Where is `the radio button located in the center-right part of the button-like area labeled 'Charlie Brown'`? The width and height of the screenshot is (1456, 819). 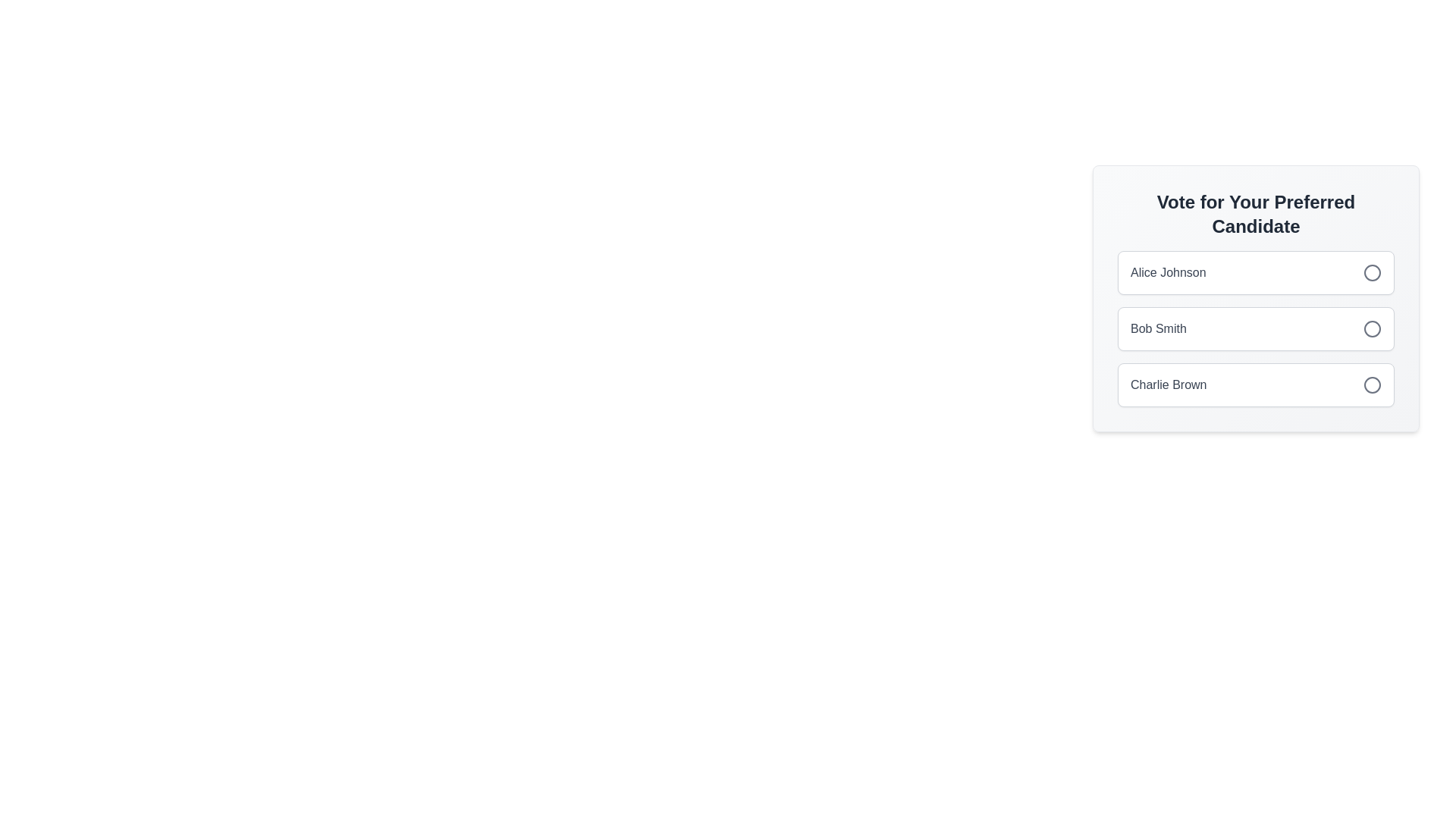
the radio button located in the center-right part of the button-like area labeled 'Charlie Brown' is located at coordinates (1372, 384).